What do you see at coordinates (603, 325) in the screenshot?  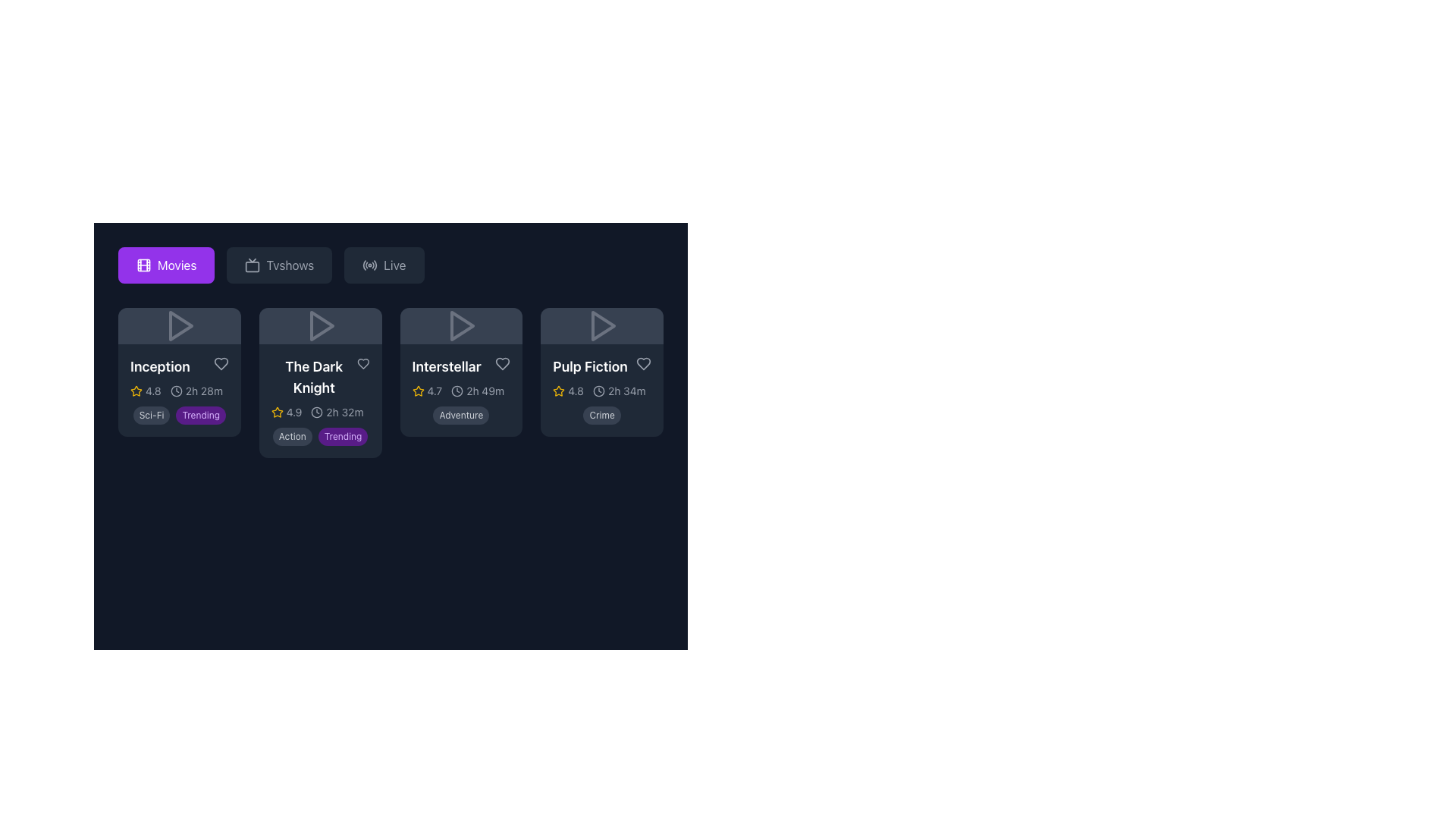 I see `the triangular play icon located in the top area of the 'Pulp Fiction' card to initiate media playback` at bounding box center [603, 325].